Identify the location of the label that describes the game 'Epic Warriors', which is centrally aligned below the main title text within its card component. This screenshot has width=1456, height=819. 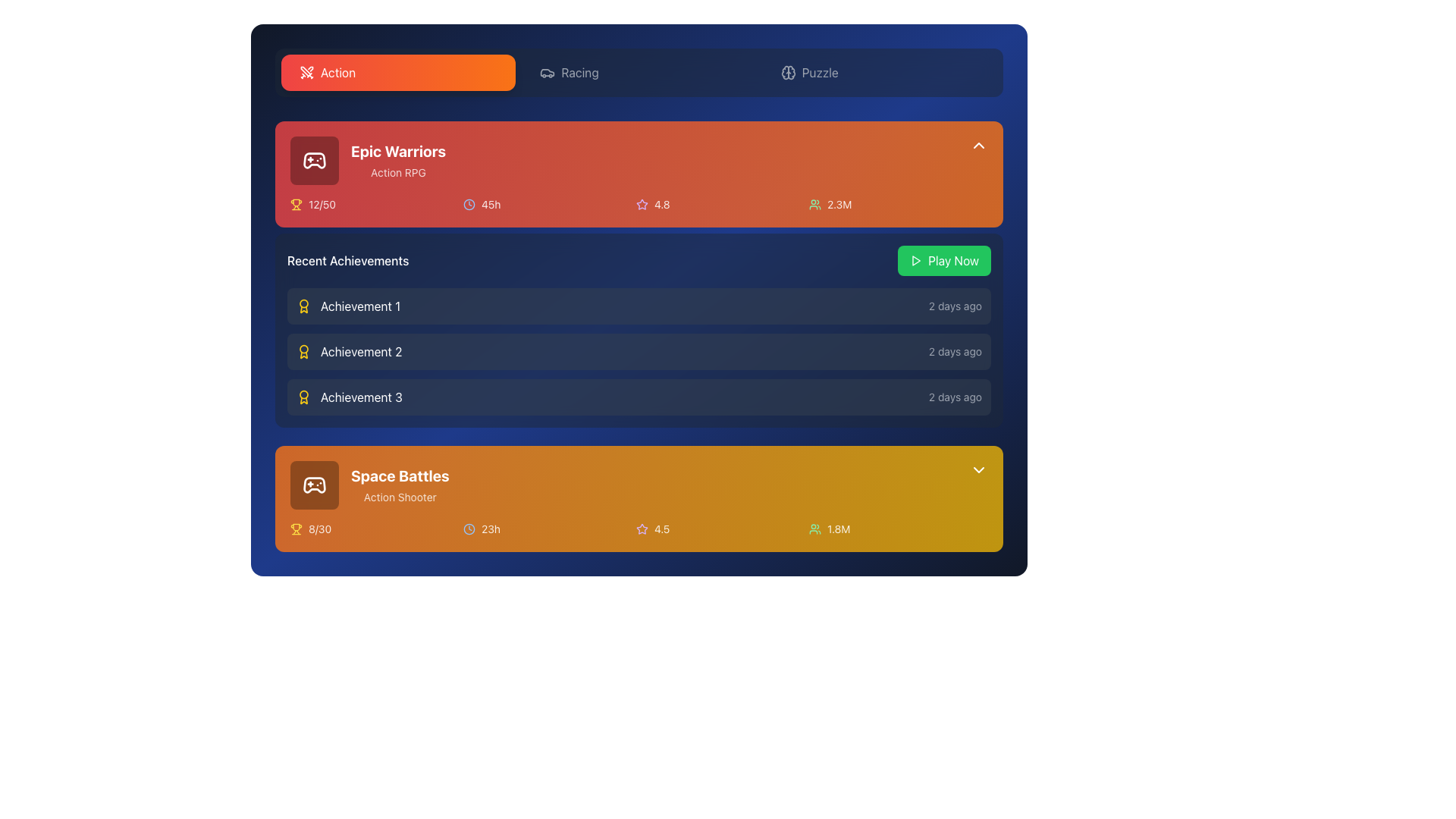
(398, 171).